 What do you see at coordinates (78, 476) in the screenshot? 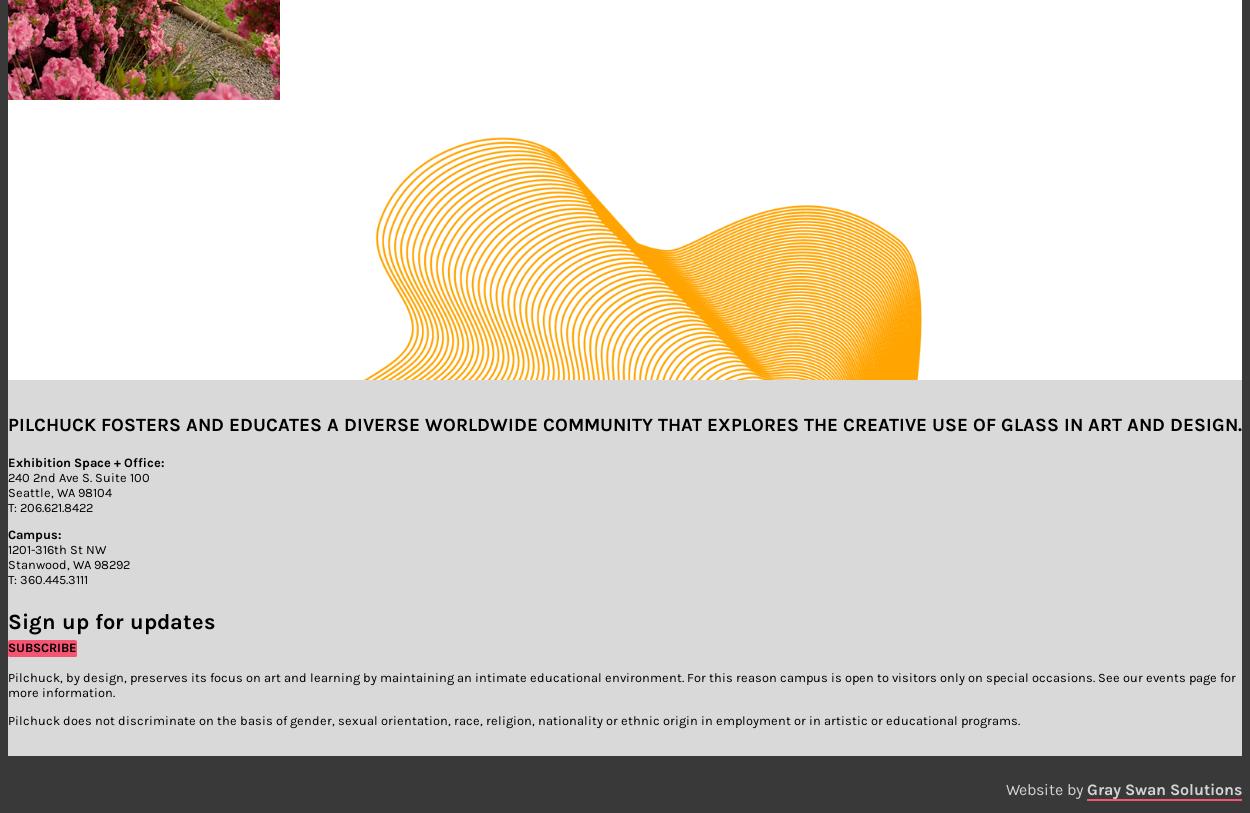
I see `'240 2nd Ave S. Suite 100'` at bounding box center [78, 476].